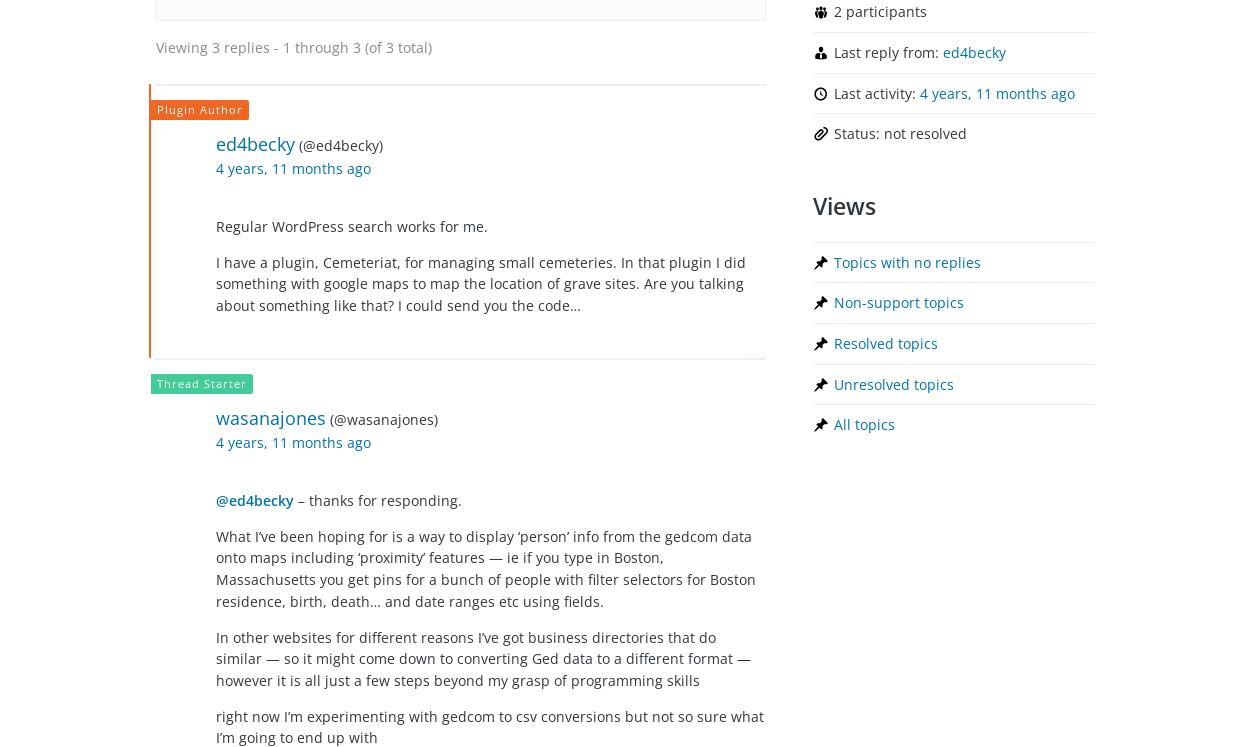 The height and width of the screenshot is (747, 1250). I want to click on 'Non-support topics', so click(898, 301).